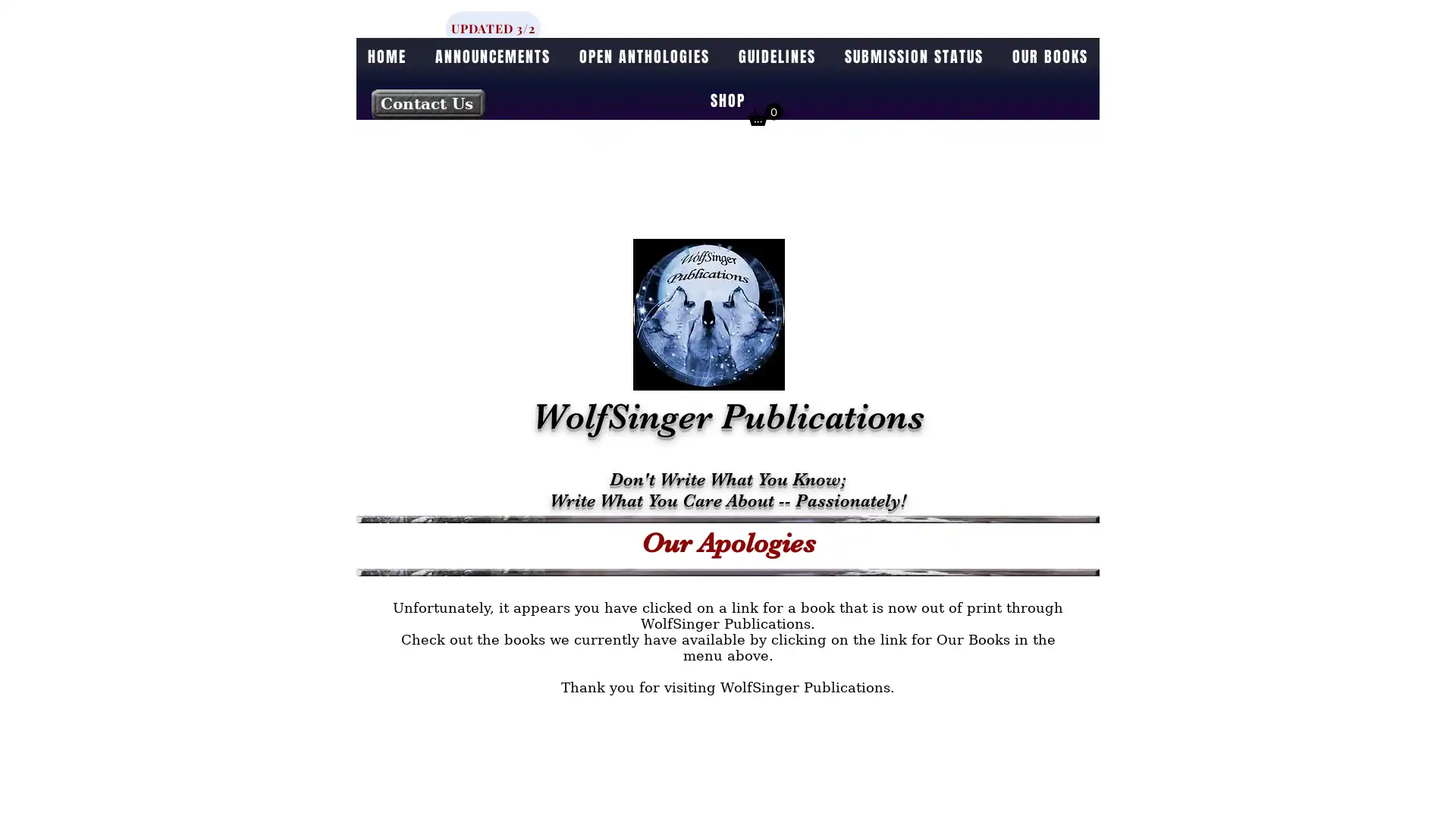 The width and height of the screenshot is (1456, 819). What do you see at coordinates (765, 113) in the screenshot?
I see `Cart with 0 items` at bounding box center [765, 113].